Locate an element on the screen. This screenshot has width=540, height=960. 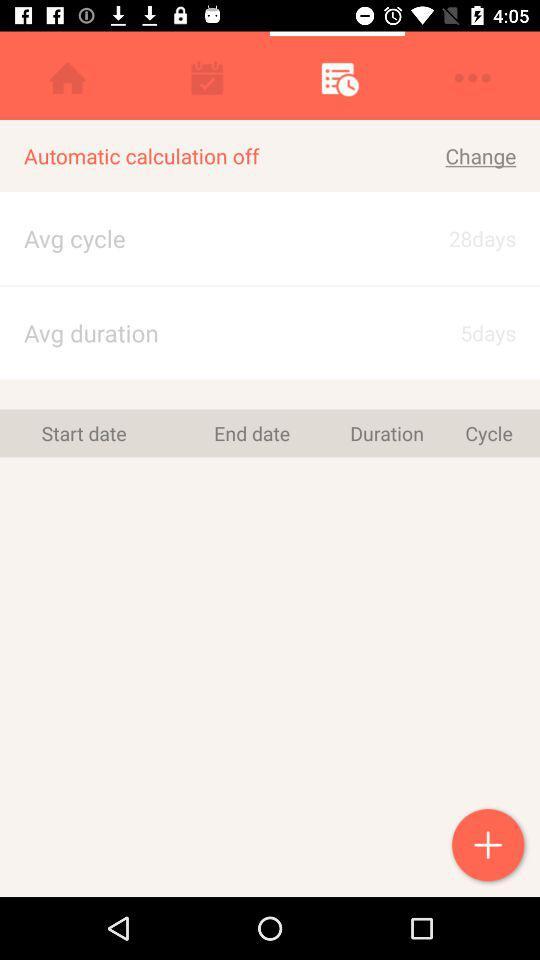
avg duration is located at coordinates (189, 333).